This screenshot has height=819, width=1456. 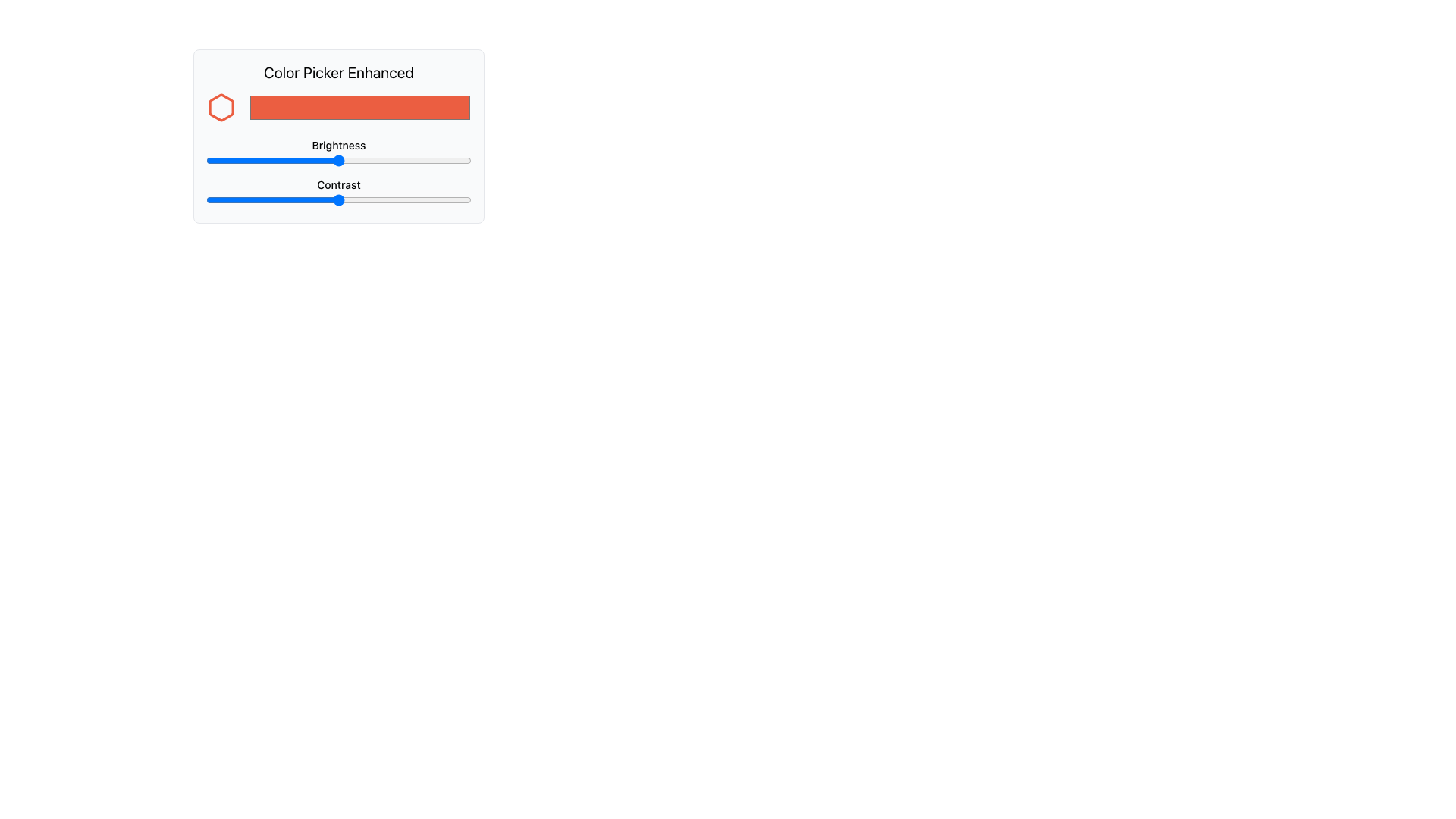 I want to click on brightness level, so click(x=288, y=161).